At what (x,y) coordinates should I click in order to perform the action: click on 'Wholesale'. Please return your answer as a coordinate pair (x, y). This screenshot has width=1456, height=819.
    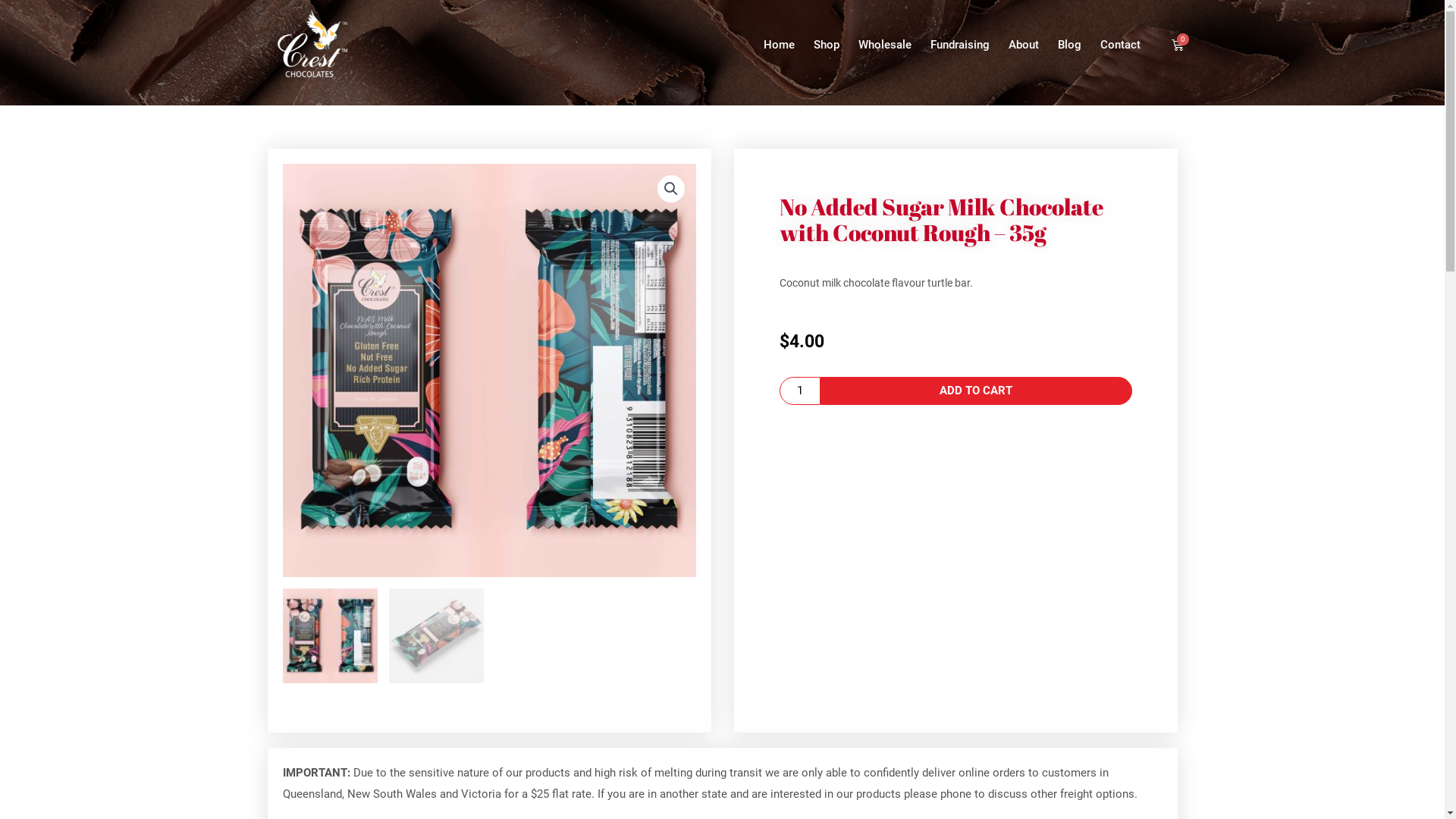
    Looking at the image, I should click on (858, 43).